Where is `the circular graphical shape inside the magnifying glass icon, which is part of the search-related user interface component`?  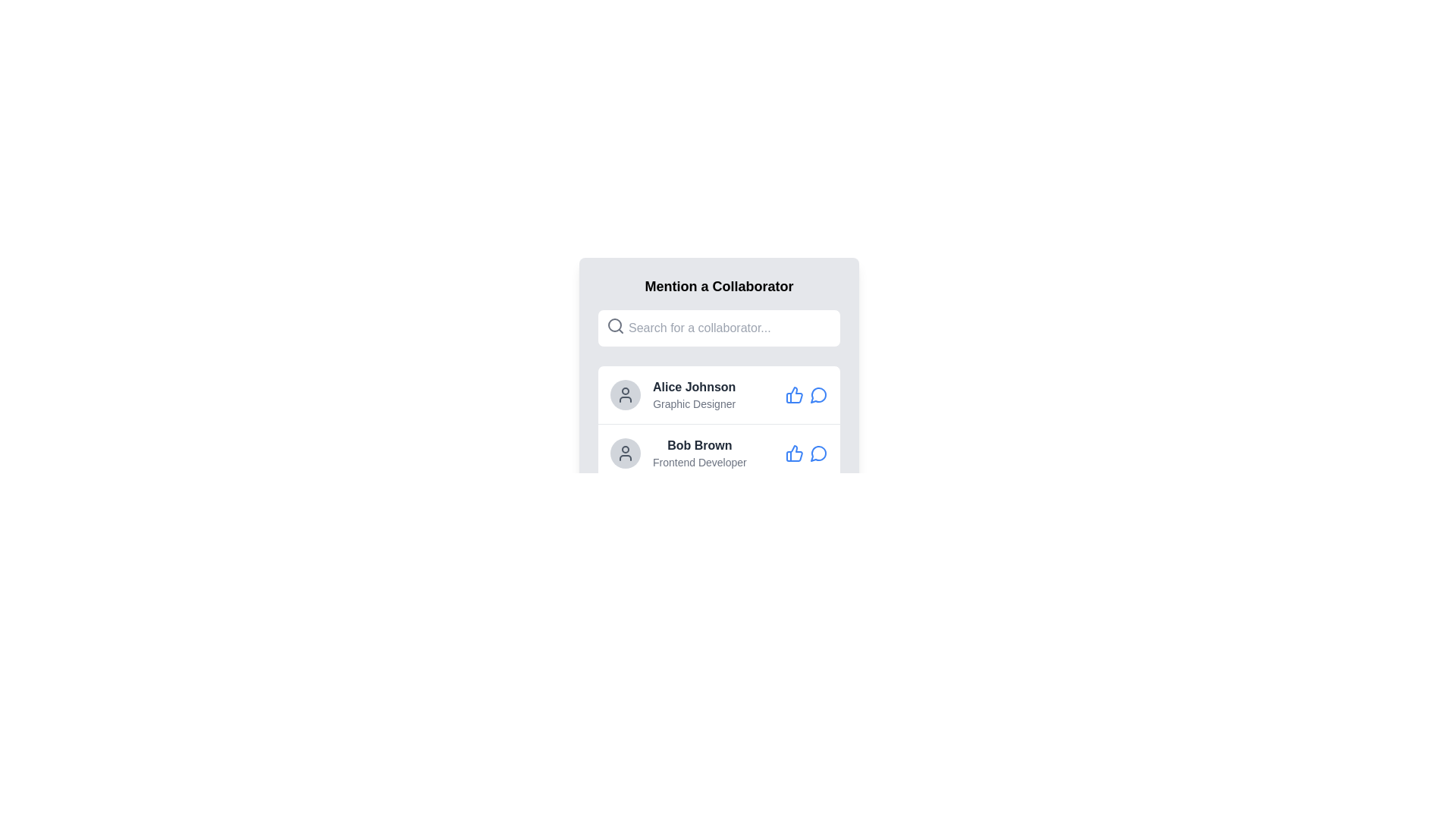
the circular graphical shape inside the magnifying glass icon, which is part of the search-related user interface component is located at coordinates (615, 324).